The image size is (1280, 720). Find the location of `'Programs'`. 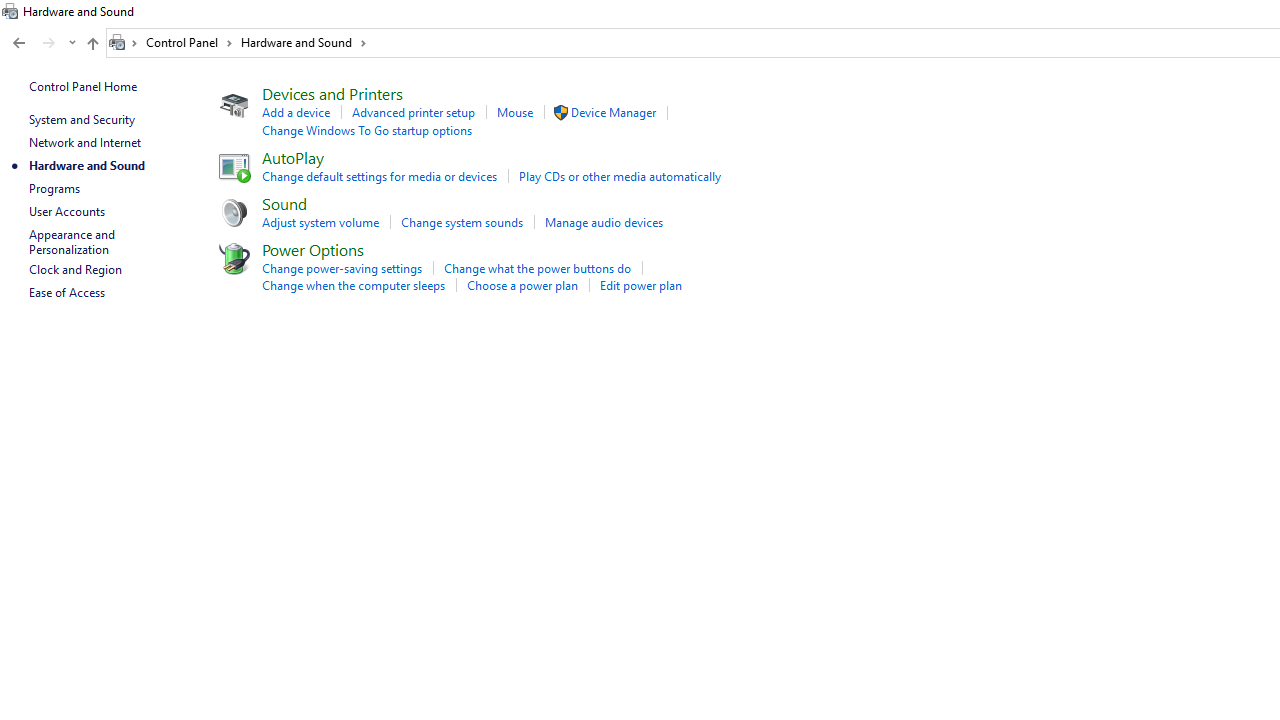

'Programs' is located at coordinates (54, 188).